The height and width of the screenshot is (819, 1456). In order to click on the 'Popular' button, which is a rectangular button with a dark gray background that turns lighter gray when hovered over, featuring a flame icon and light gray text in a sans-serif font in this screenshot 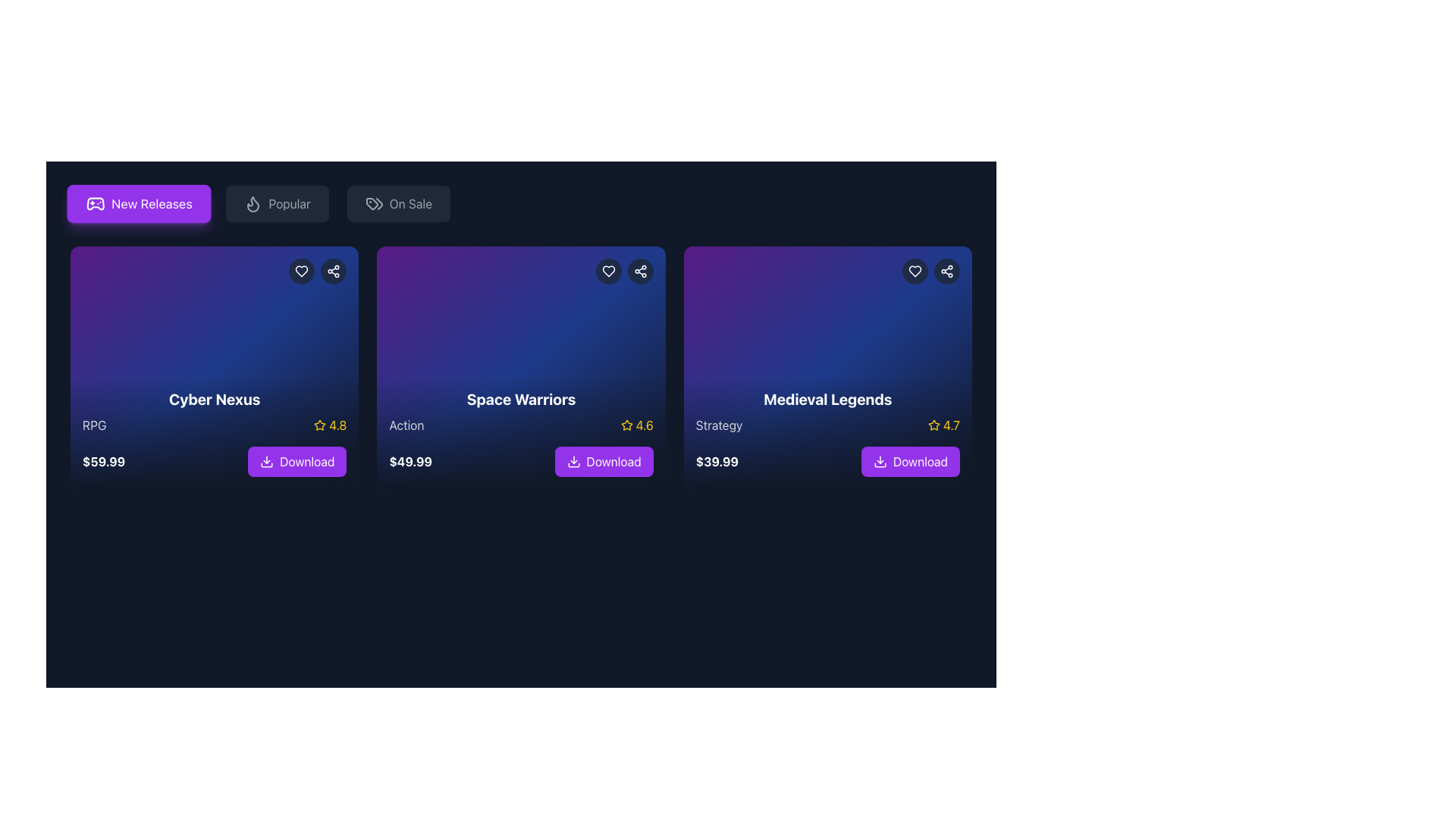, I will do `click(278, 203)`.